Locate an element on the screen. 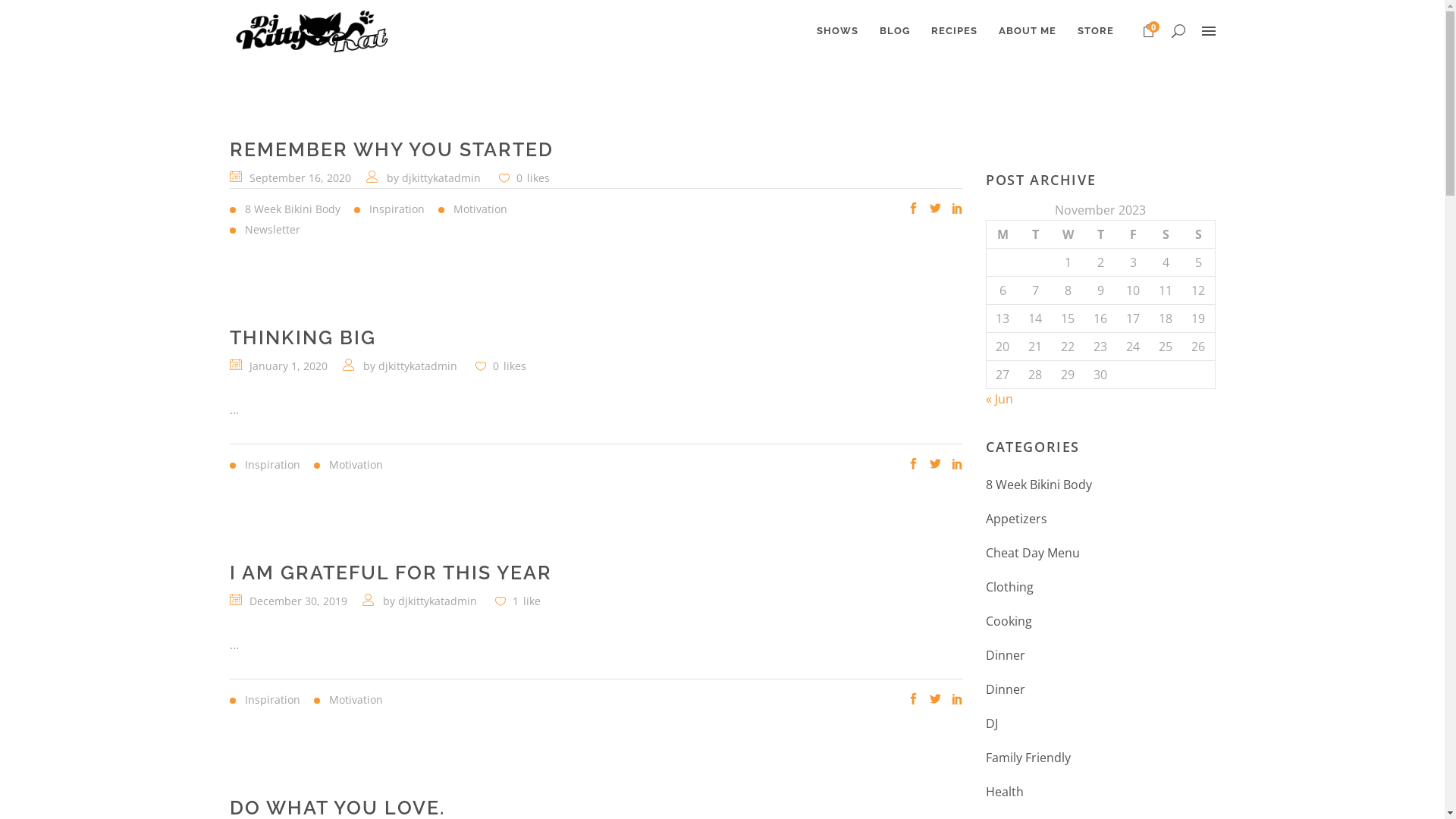  'Dinner' is located at coordinates (1005, 689).